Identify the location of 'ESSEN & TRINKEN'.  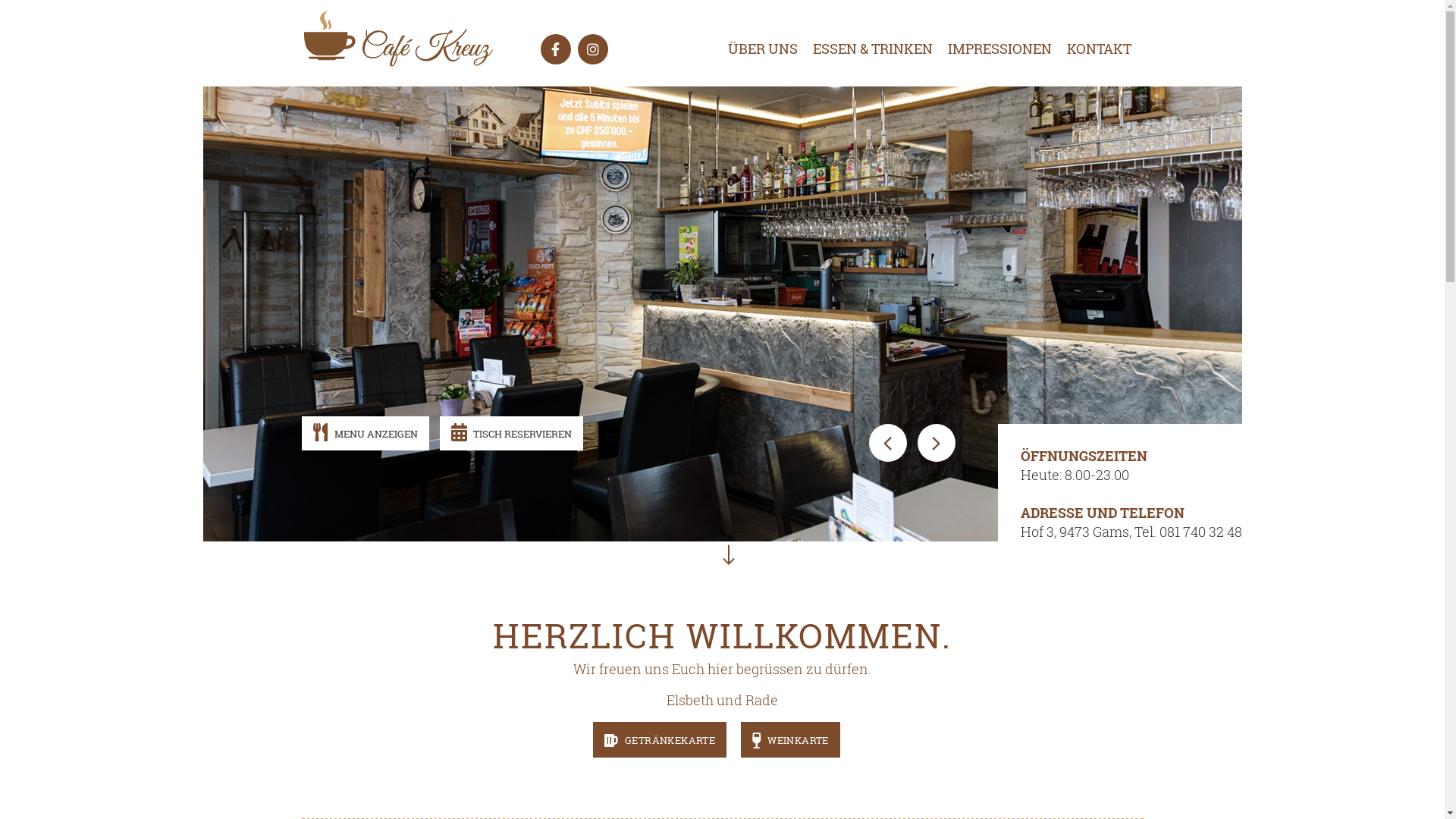
(865, 48).